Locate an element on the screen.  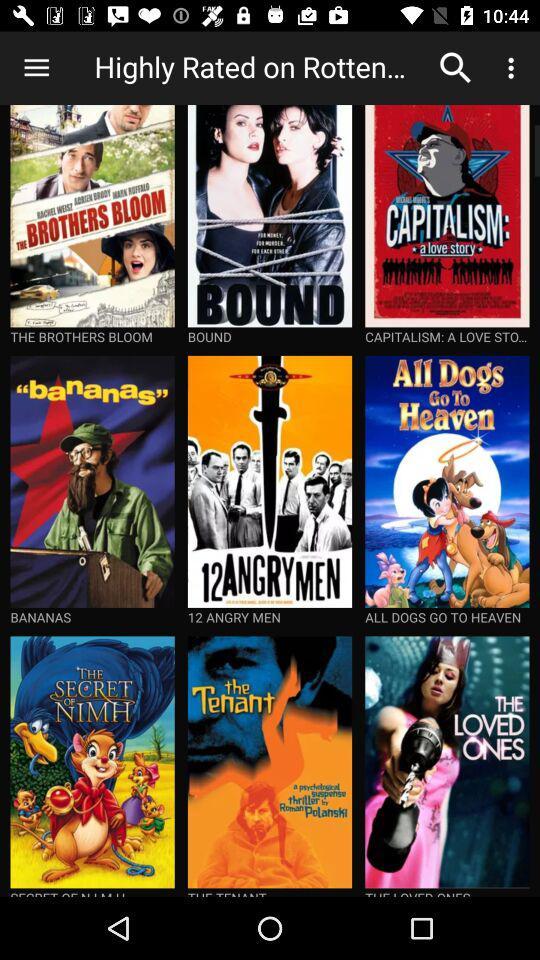
icon next to the highly rated on item is located at coordinates (36, 68).